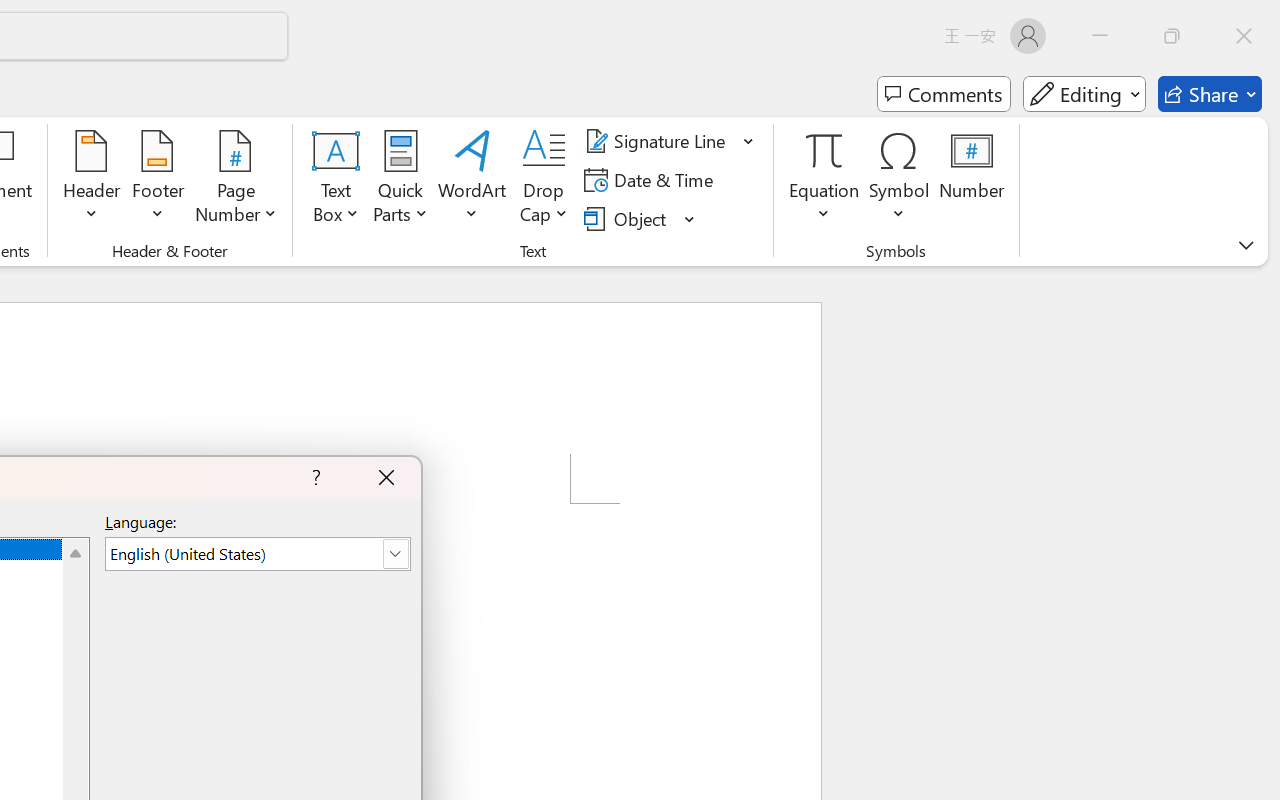 The image size is (1280, 800). I want to click on 'Drop Cap', so click(544, 179).